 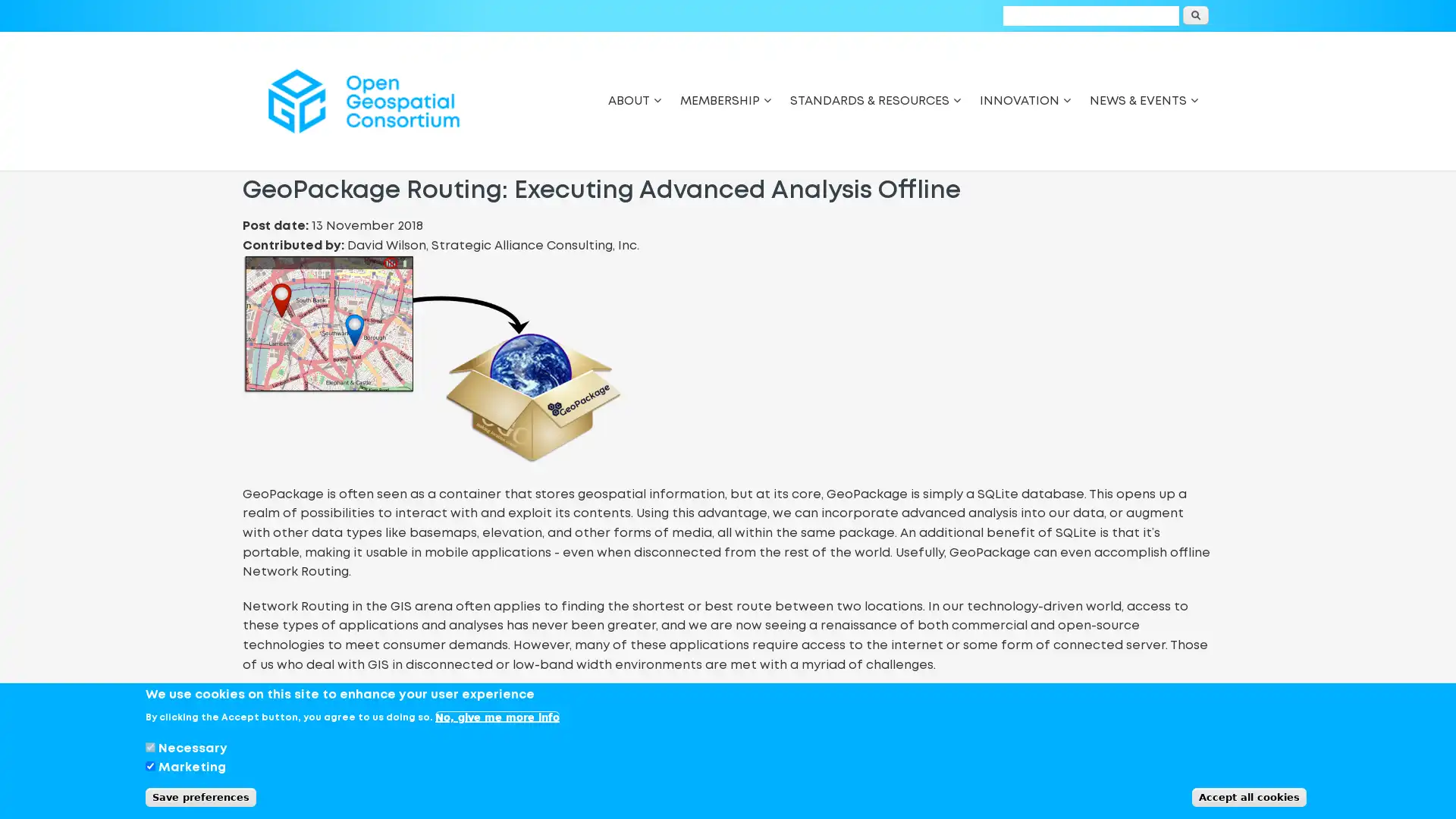 What do you see at coordinates (497, 717) in the screenshot?
I see `No, give me more info` at bounding box center [497, 717].